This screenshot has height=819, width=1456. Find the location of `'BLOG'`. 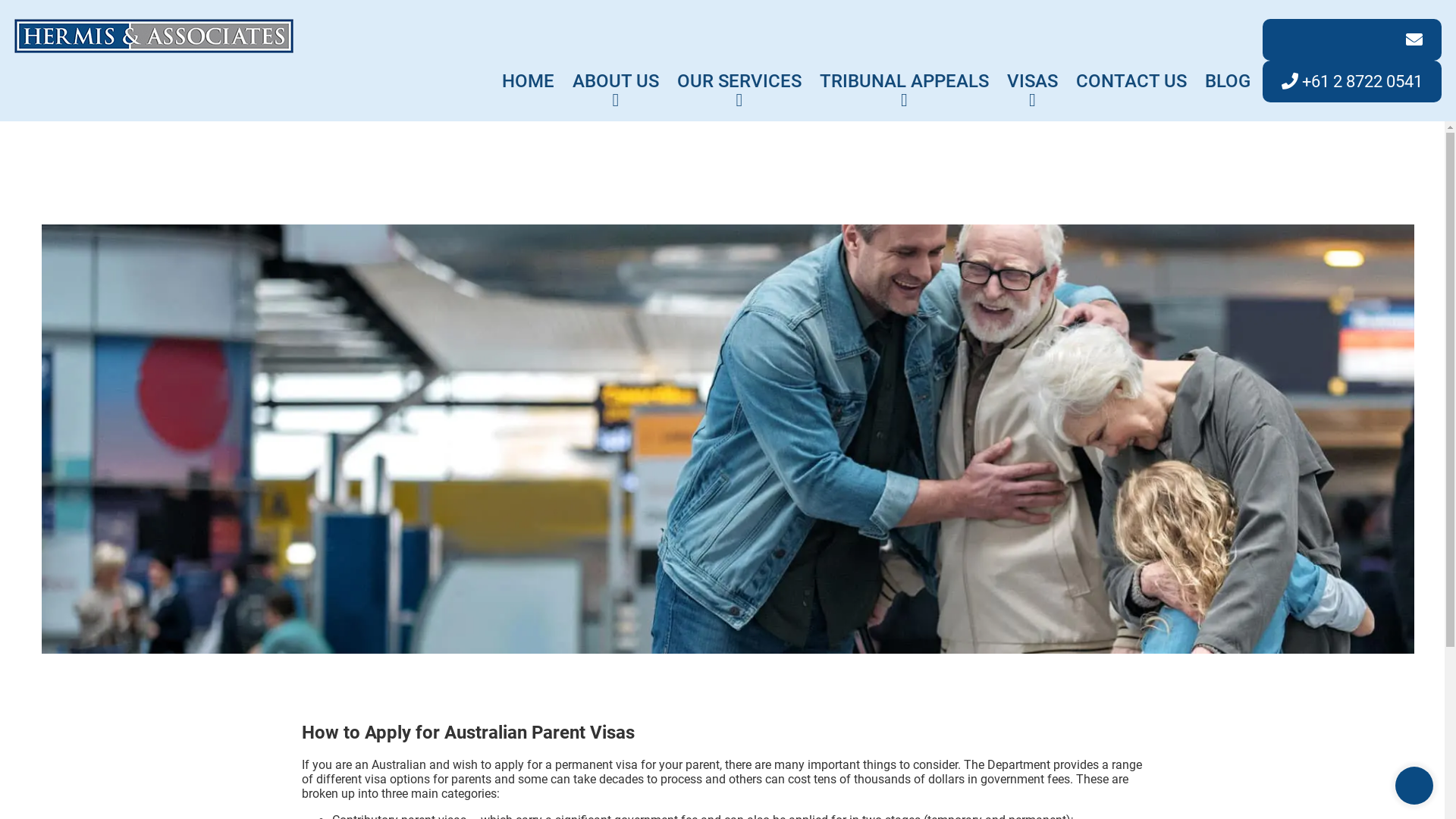

'BLOG' is located at coordinates (1227, 73).